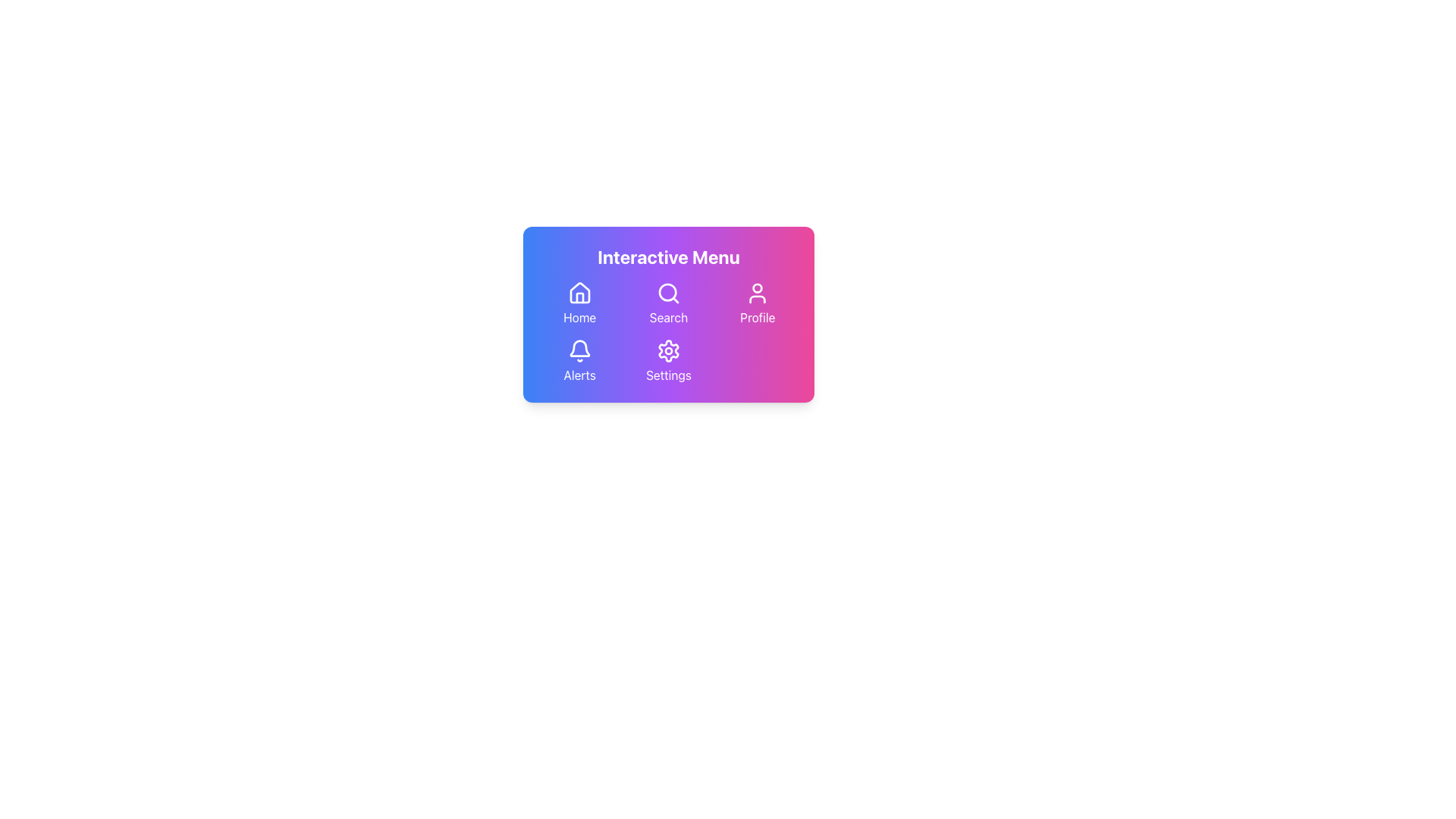 Image resolution: width=1456 pixels, height=819 pixels. I want to click on the 'Home' text label styled with a white font against a gradient background in the interactive menu area, so click(579, 317).